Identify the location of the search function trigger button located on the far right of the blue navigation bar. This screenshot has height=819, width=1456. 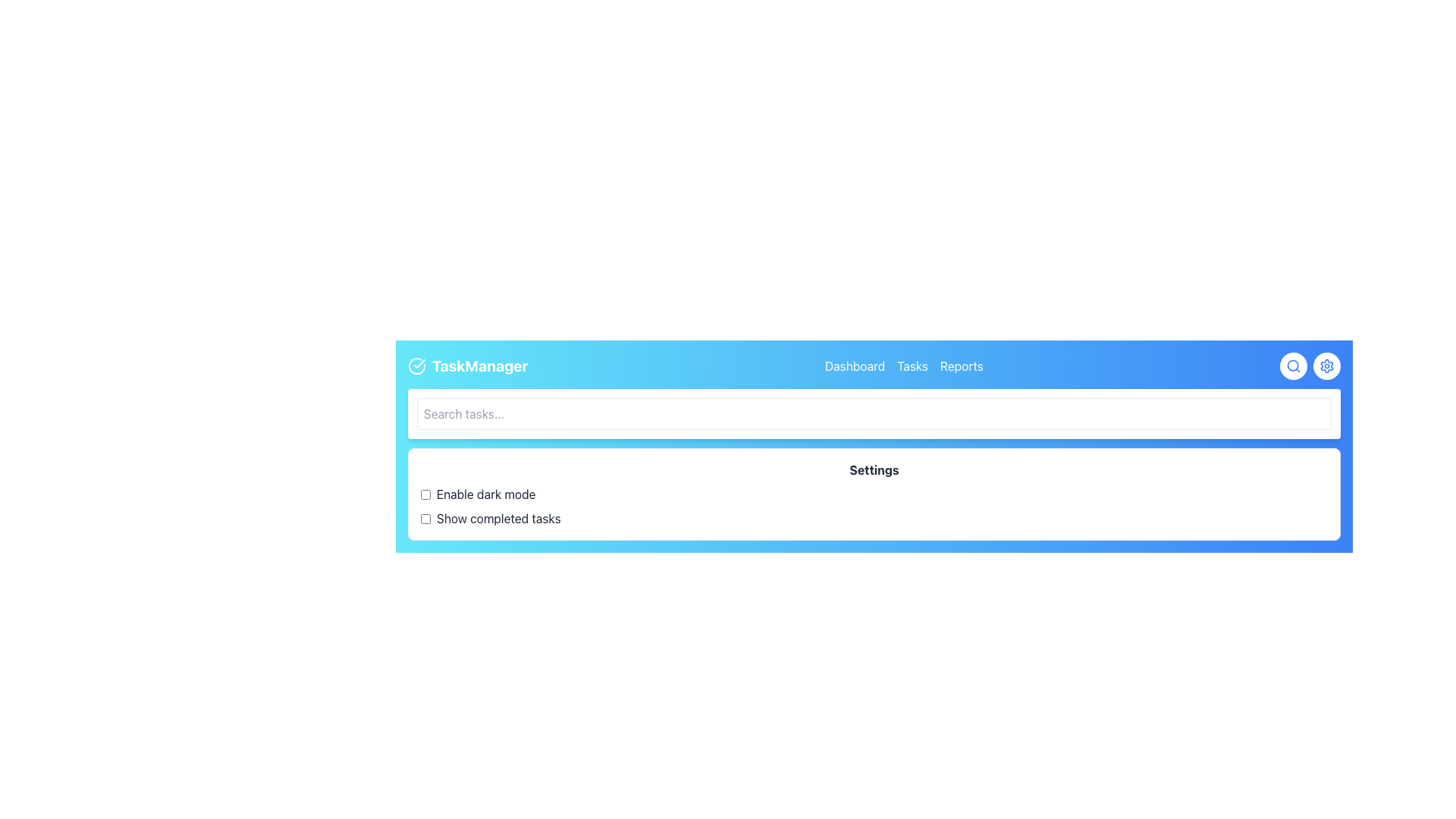
(1292, 366).